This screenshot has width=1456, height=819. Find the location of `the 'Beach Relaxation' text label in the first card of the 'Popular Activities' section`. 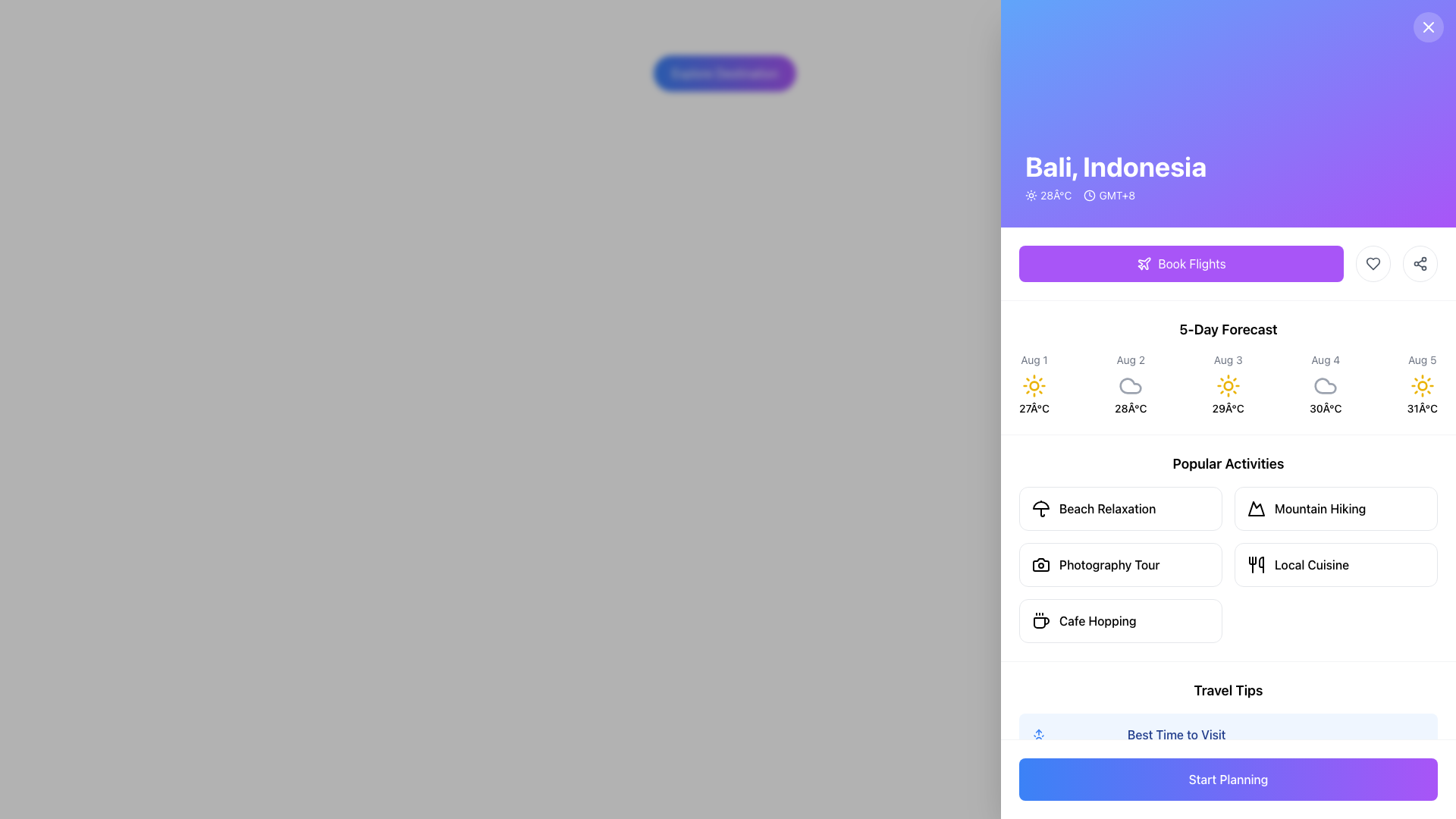

the 'Beach Relaxation' text label in the first card of the 'Popular Activities' section is located at coordinates (1107, 509).